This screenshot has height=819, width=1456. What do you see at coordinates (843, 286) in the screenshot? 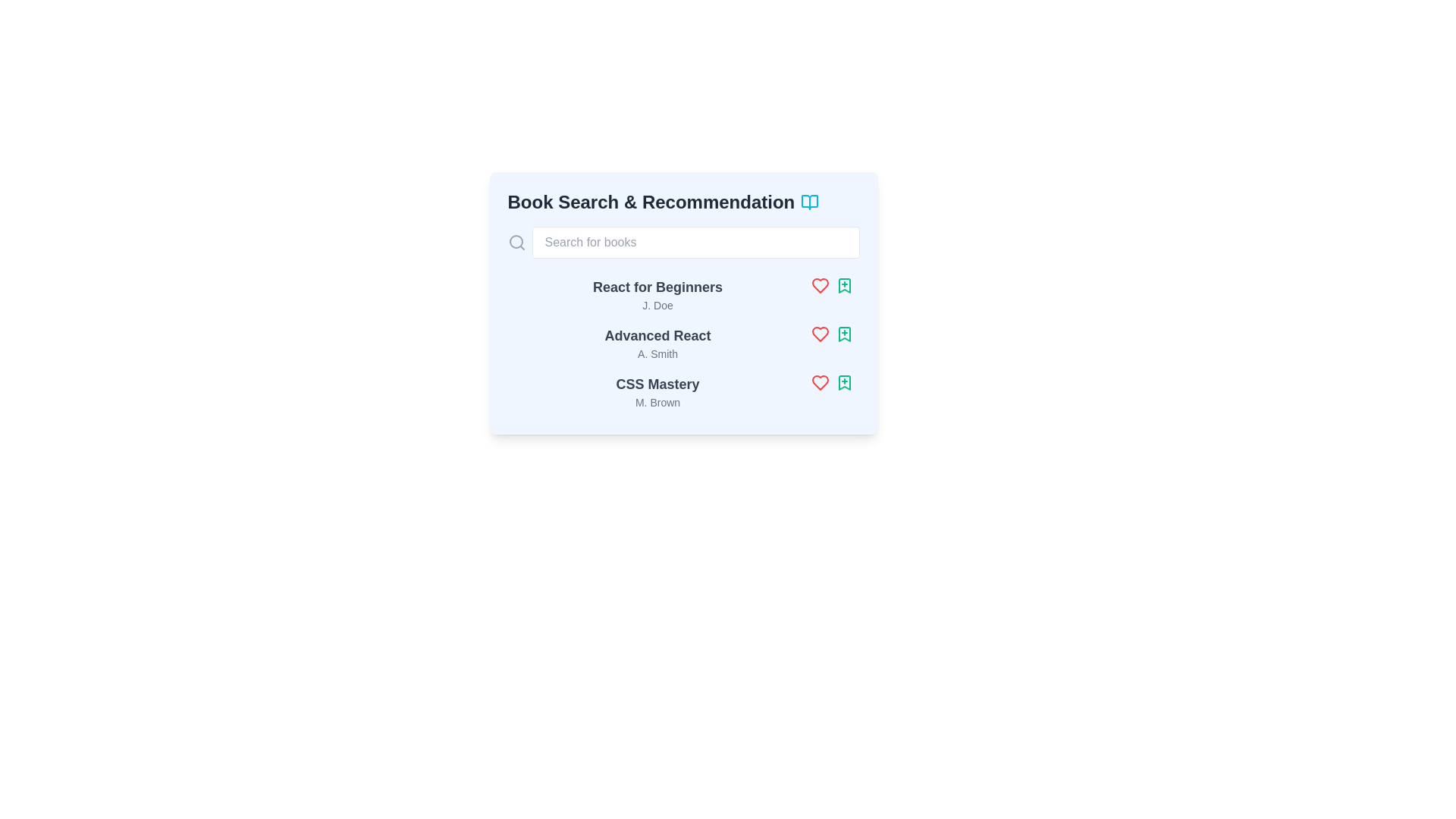
I see `the first bookmark icon located to the right of the title 'React for Beginners' in the green-colored interactive icon set` at bounding box center [843, 286].